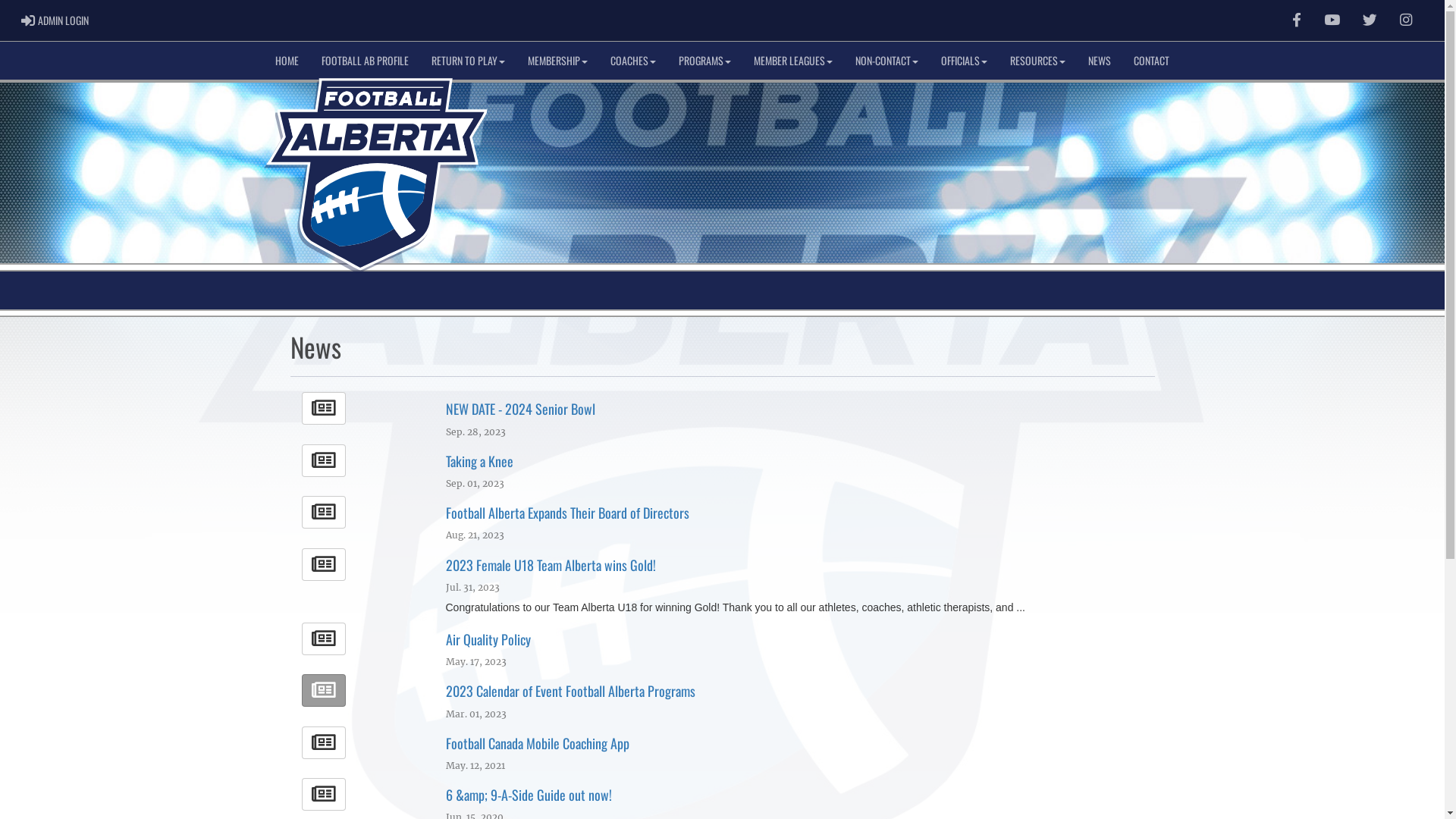 This screenshot has height=819, width=1456. I want to click on 'CONTACT', so click(1151, 60).